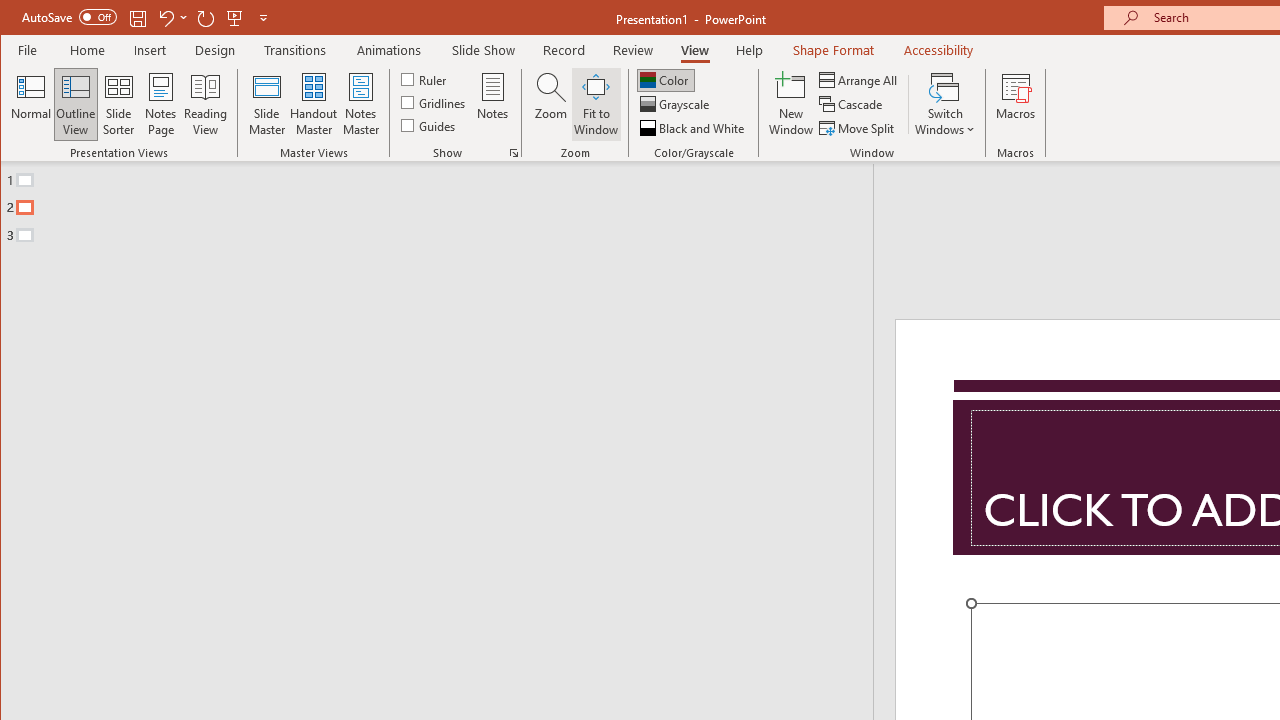  What do you see at coordinates (944, 104) in the screenshot?
I see `'Switch Windows'` at bounding box center [944, 104].